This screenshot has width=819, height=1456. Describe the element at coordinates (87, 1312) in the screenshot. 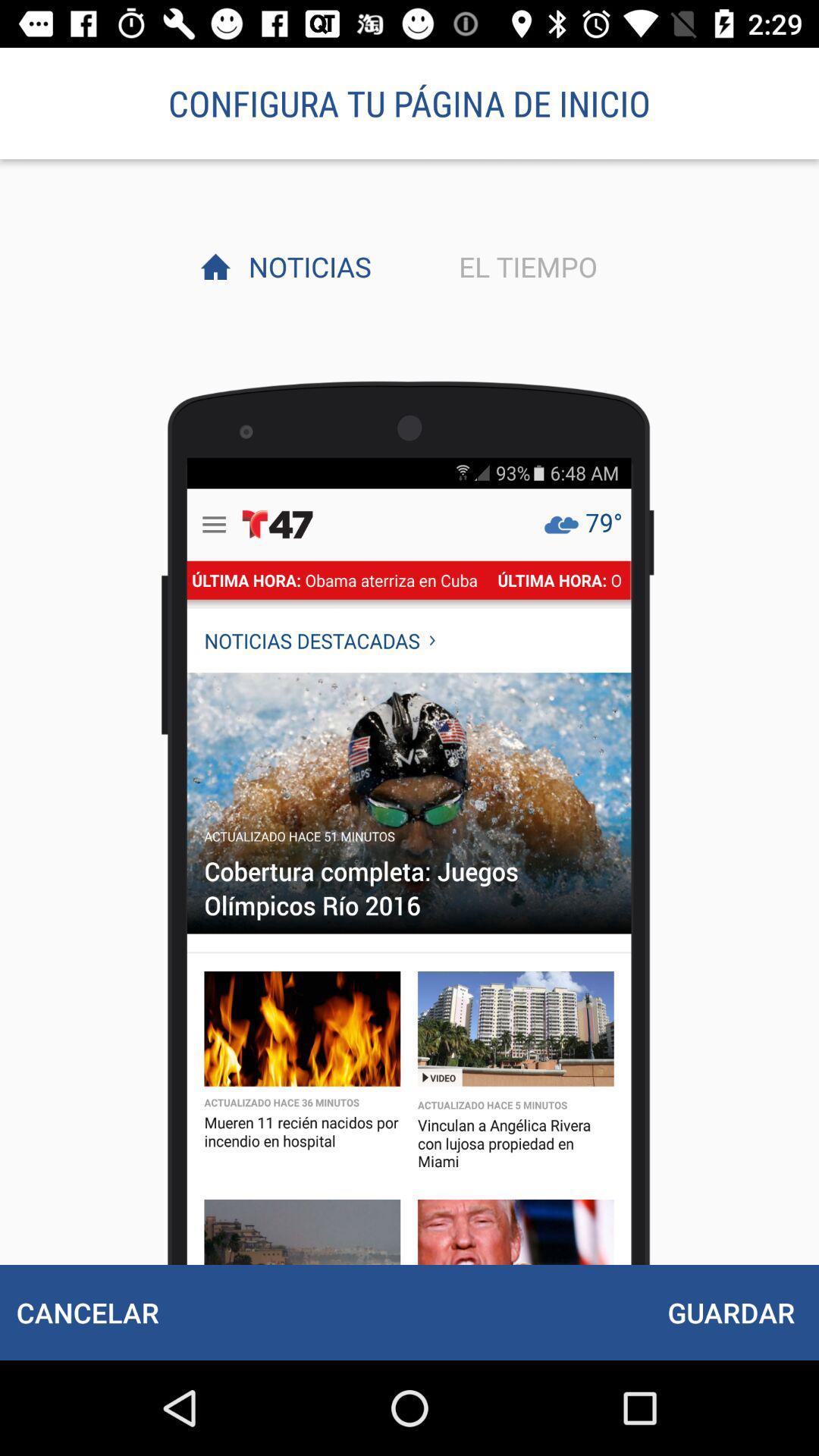

I see `the cancelar at the bottom left corner` at that location.